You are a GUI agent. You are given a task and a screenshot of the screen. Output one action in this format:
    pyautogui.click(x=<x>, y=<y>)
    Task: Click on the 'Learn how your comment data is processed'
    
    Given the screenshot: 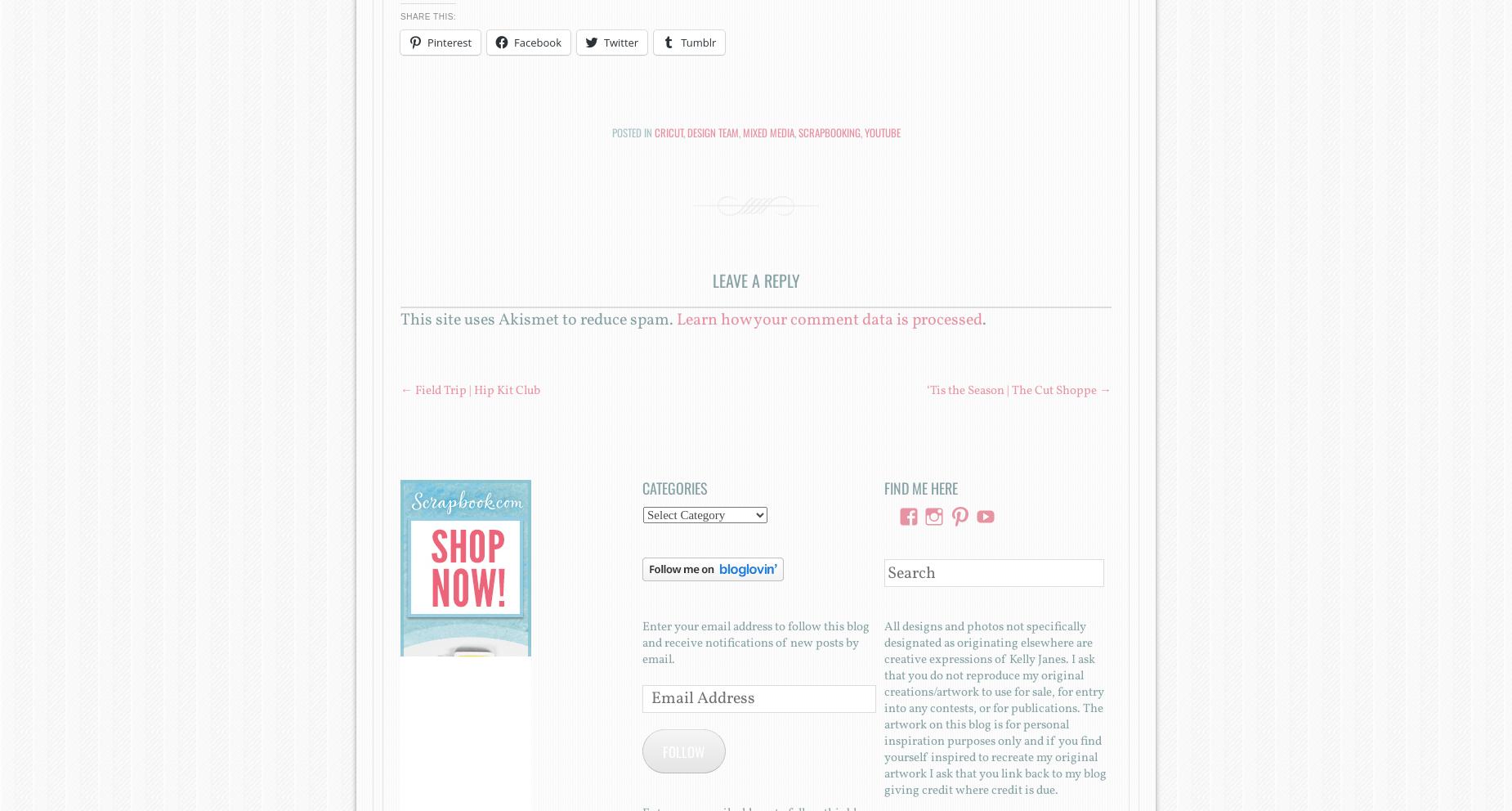 What is the action you would take?
    pyautogui.click(x=828, y=320)
    